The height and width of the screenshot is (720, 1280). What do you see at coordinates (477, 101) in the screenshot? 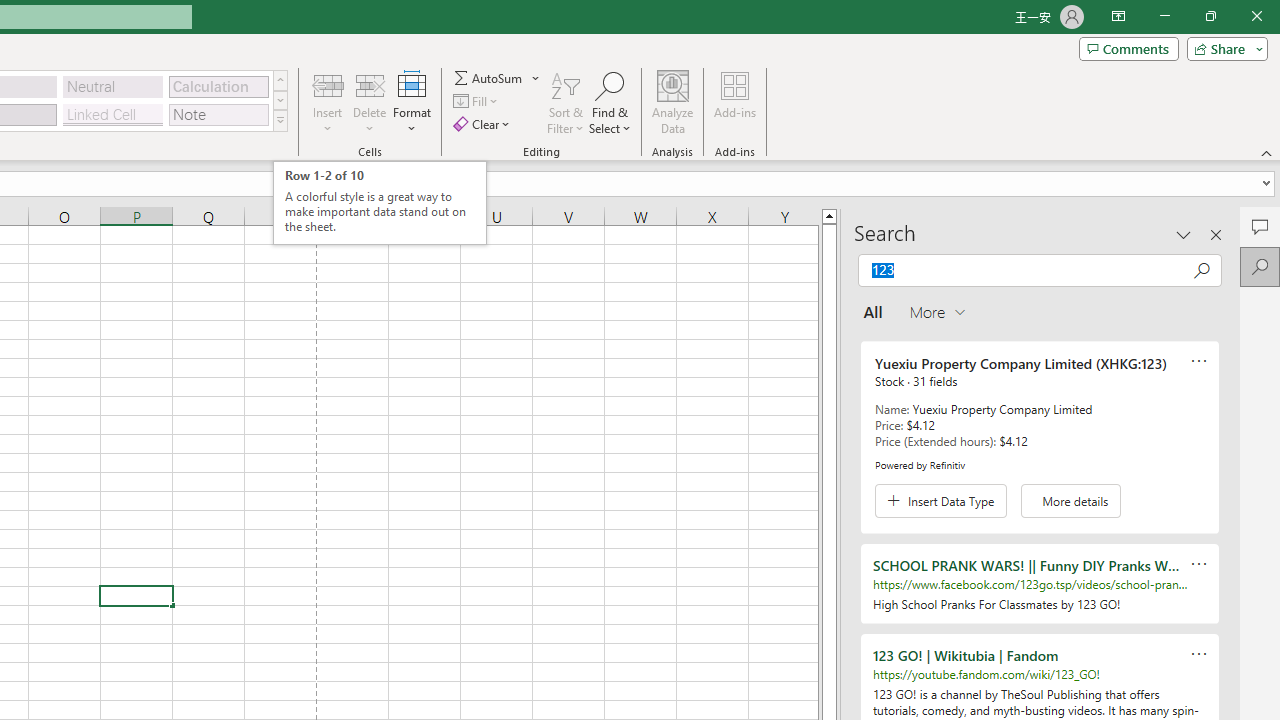
I see `'Fill'` at bounding box center [477, 101].